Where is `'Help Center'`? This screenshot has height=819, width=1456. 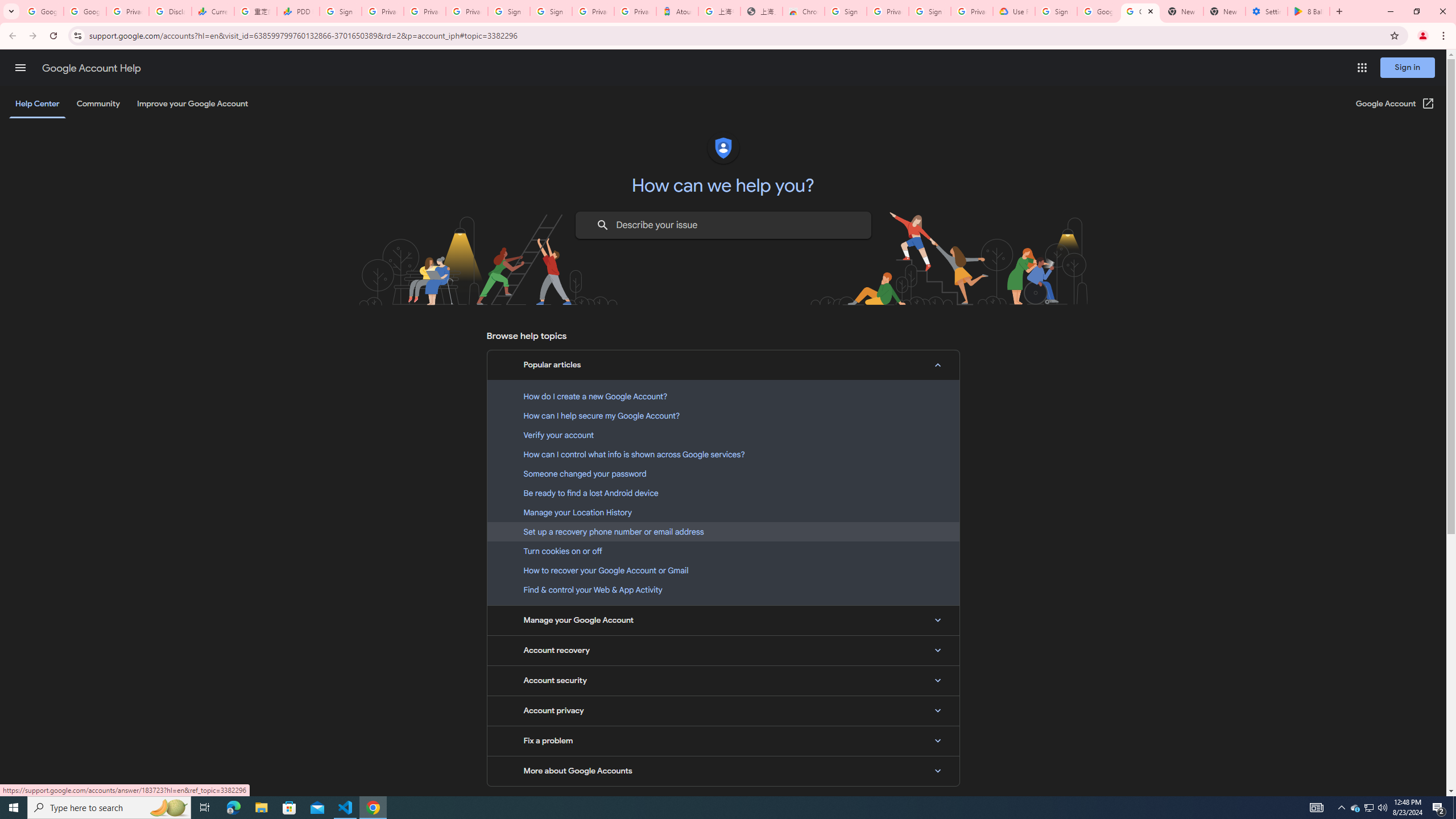 'Help Center' is located at coordinates (37, 103).